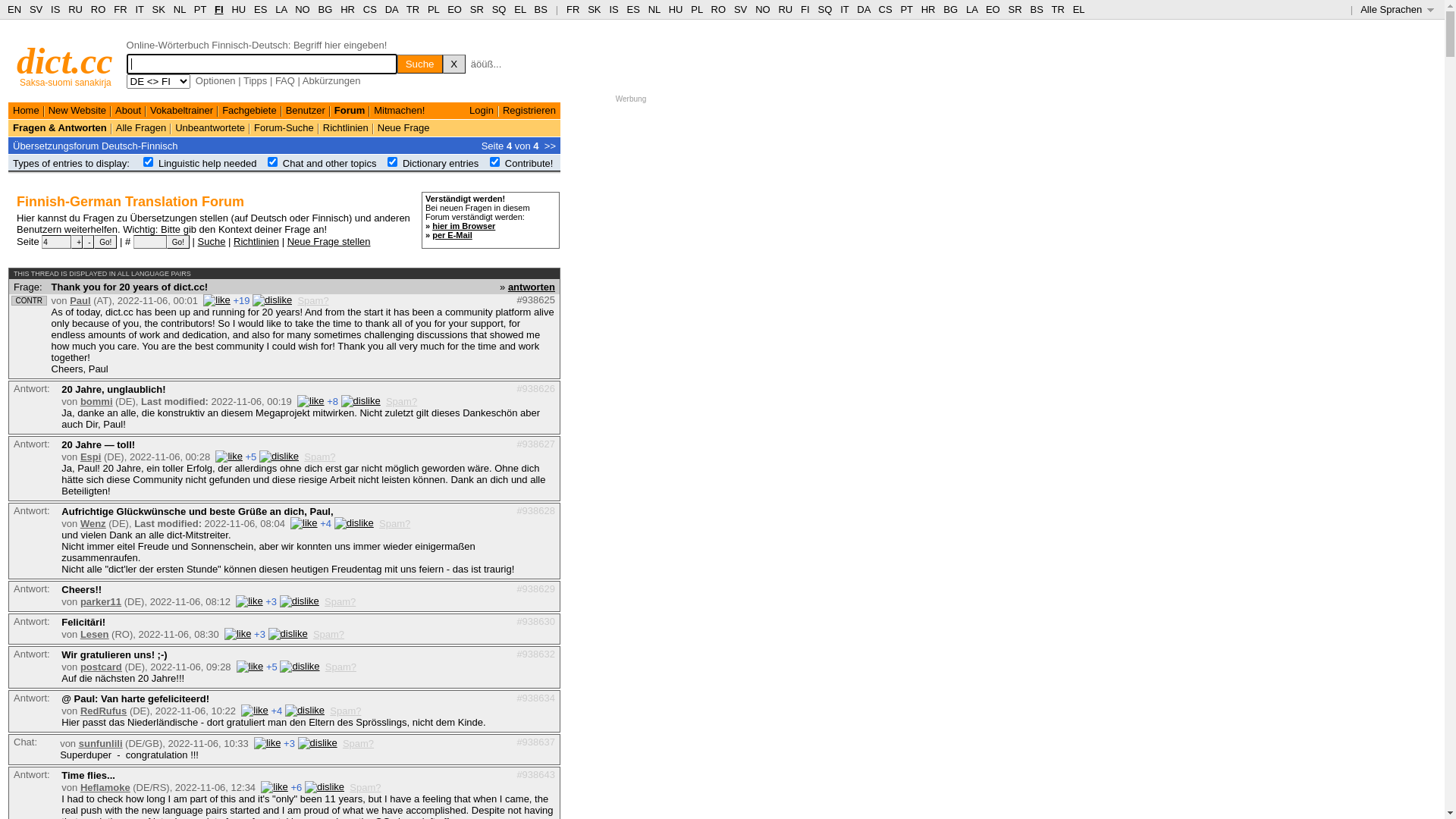 The width and height of the screenshot is (1456, 819). I want to click on 'parker11', so click(100, 601).